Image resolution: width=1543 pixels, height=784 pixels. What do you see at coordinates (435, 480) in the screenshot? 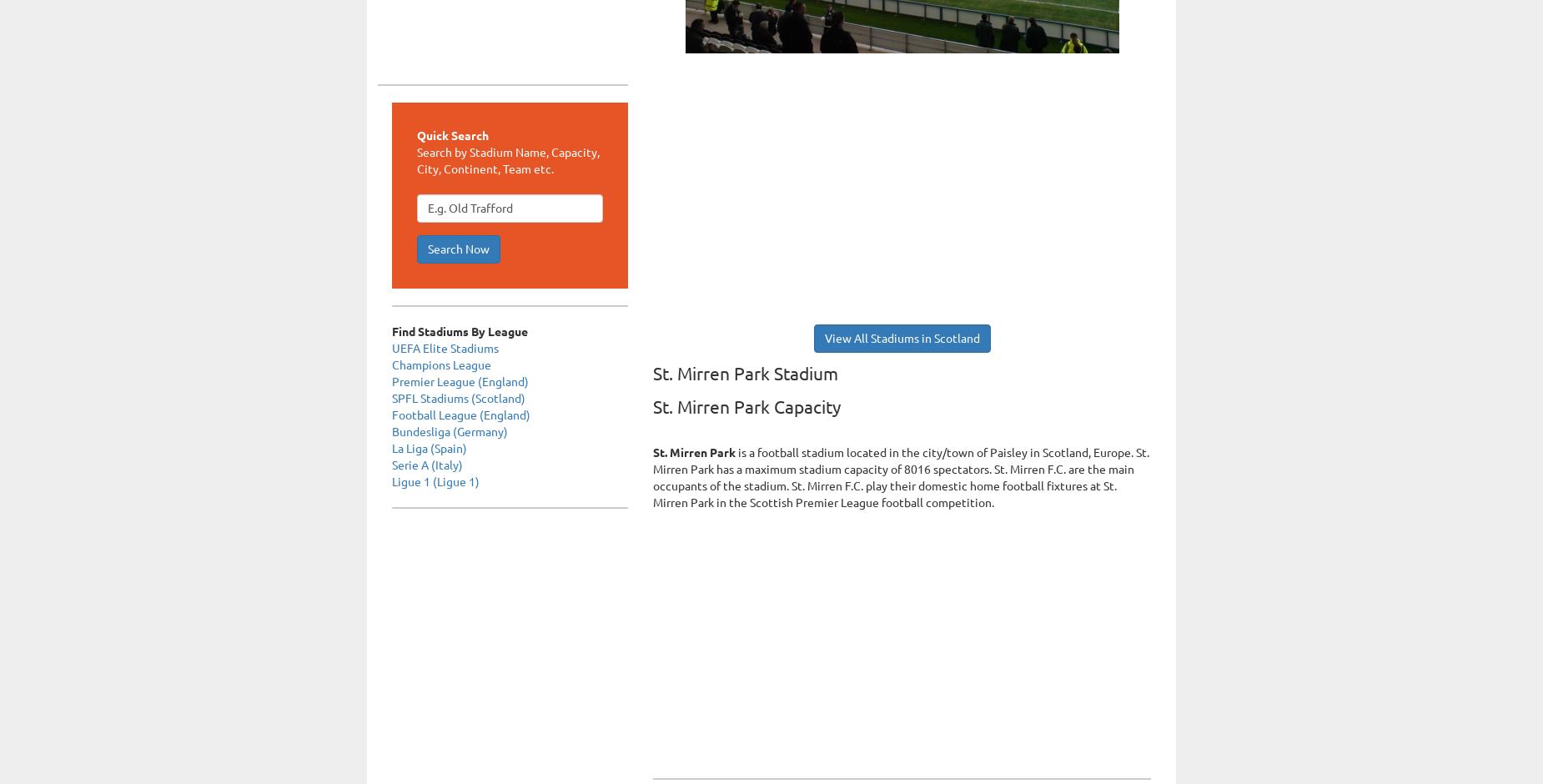
I see `'Ligue 1 (Ligue 1)'` at bounding box center [435, 480].